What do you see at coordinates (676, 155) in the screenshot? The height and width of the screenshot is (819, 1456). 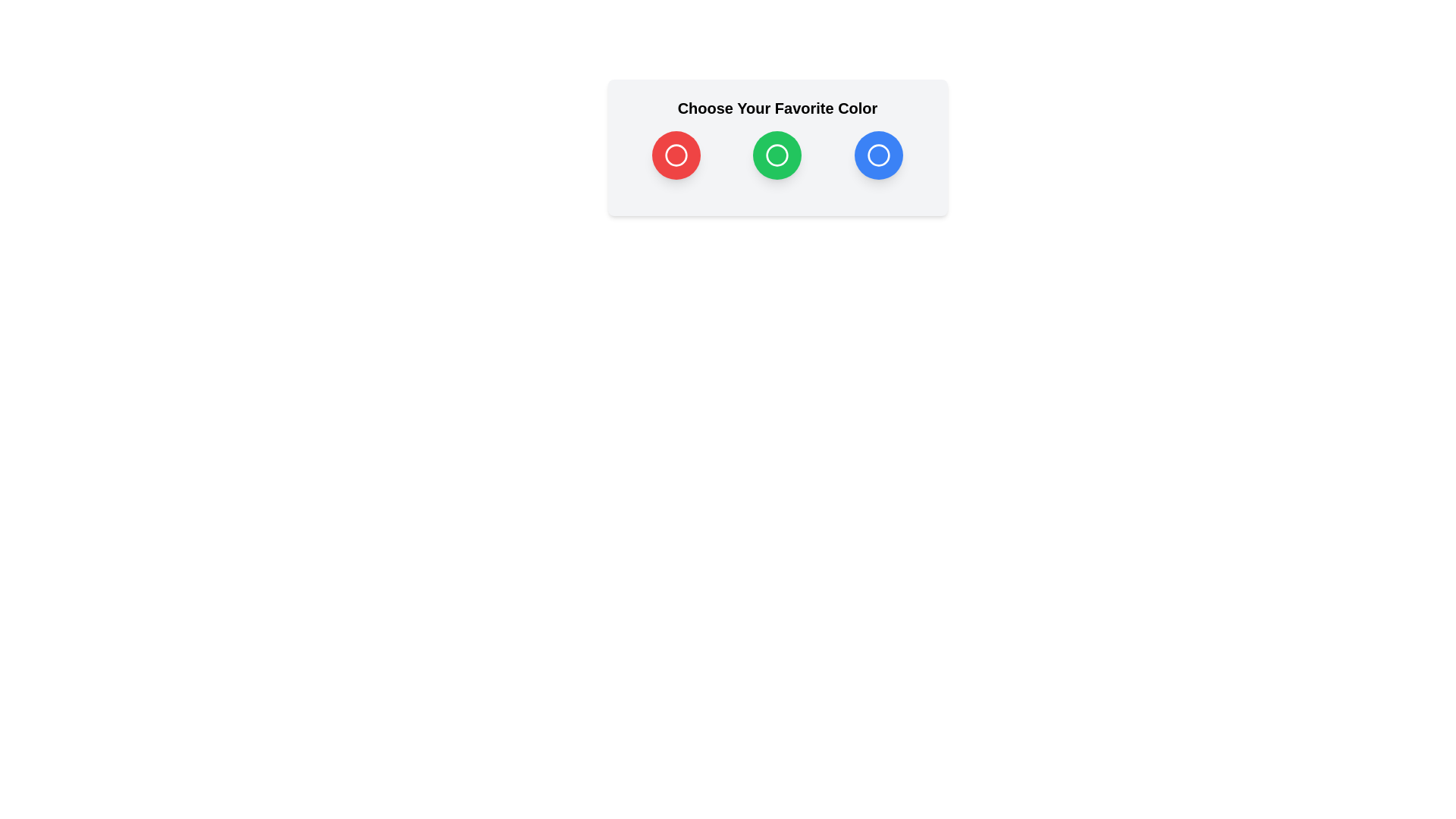 I see `the color Red from the options available` at bounding box center [676, 155].